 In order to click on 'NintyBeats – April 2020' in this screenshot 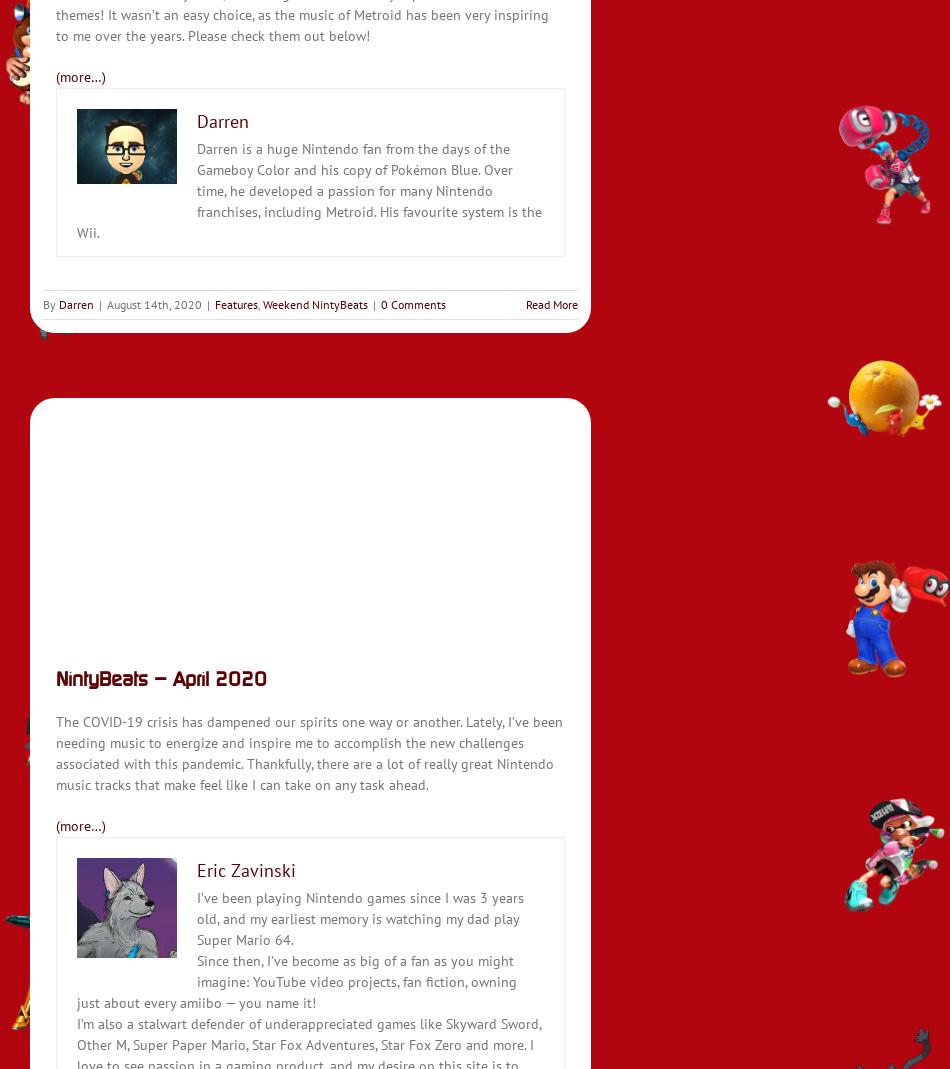, I will do `click(161, 676)`.